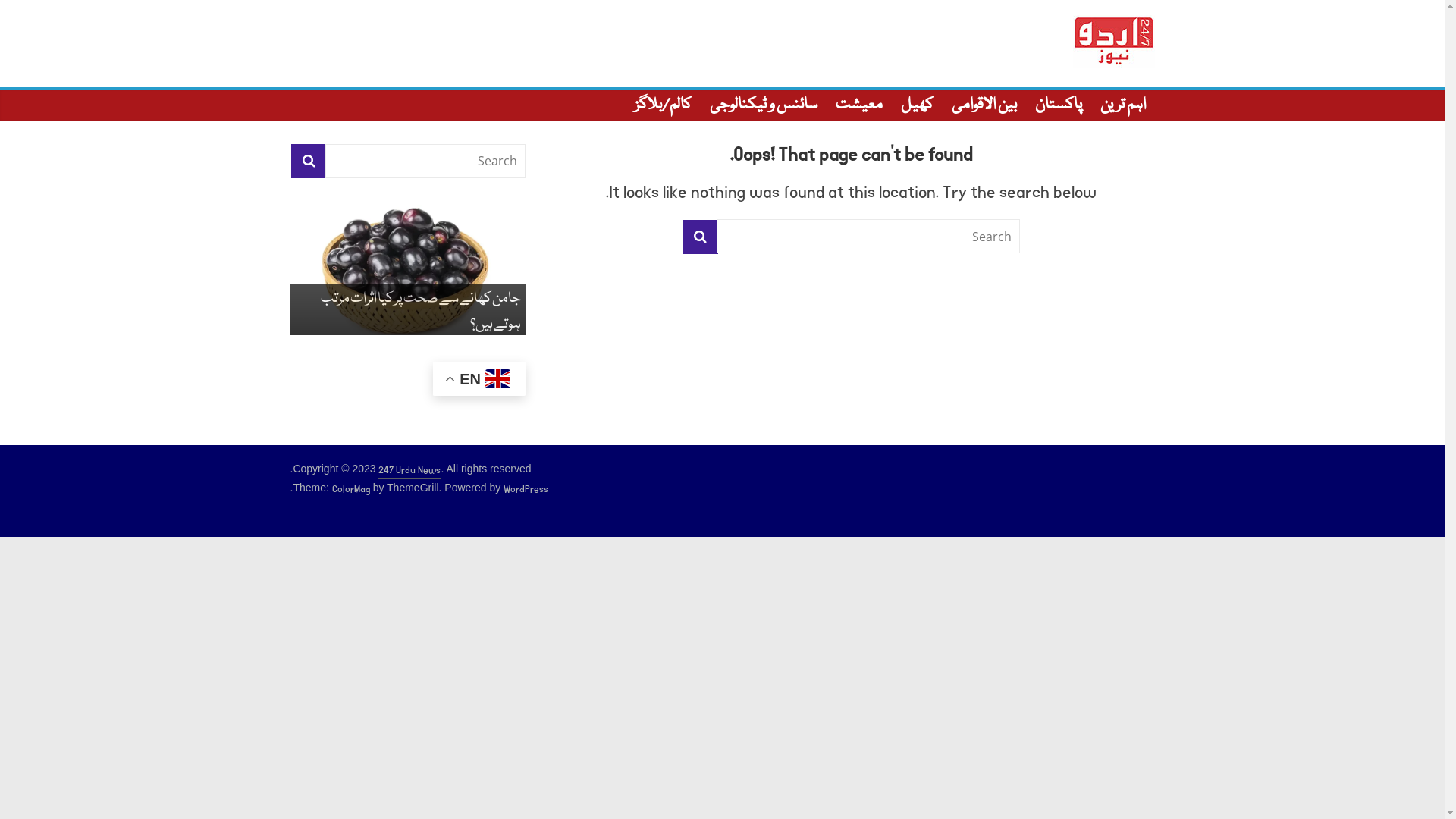 The width and height of the screenshot is (1456, 819). I want to click on '247 Urdu News', so click(409, 470).